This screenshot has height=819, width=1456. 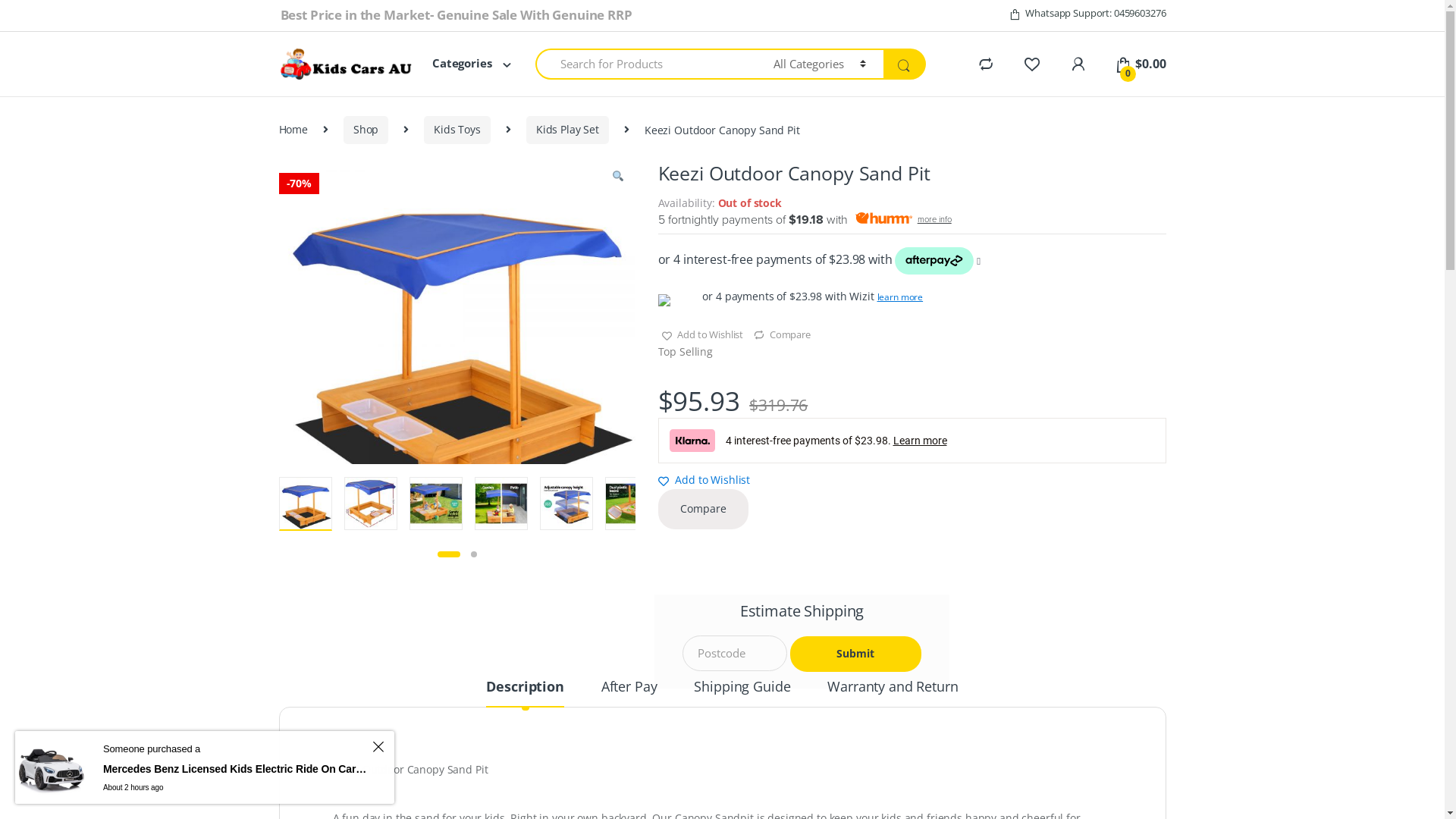 I want to click on 'Warranty and Return', so click(x=826, y=693).